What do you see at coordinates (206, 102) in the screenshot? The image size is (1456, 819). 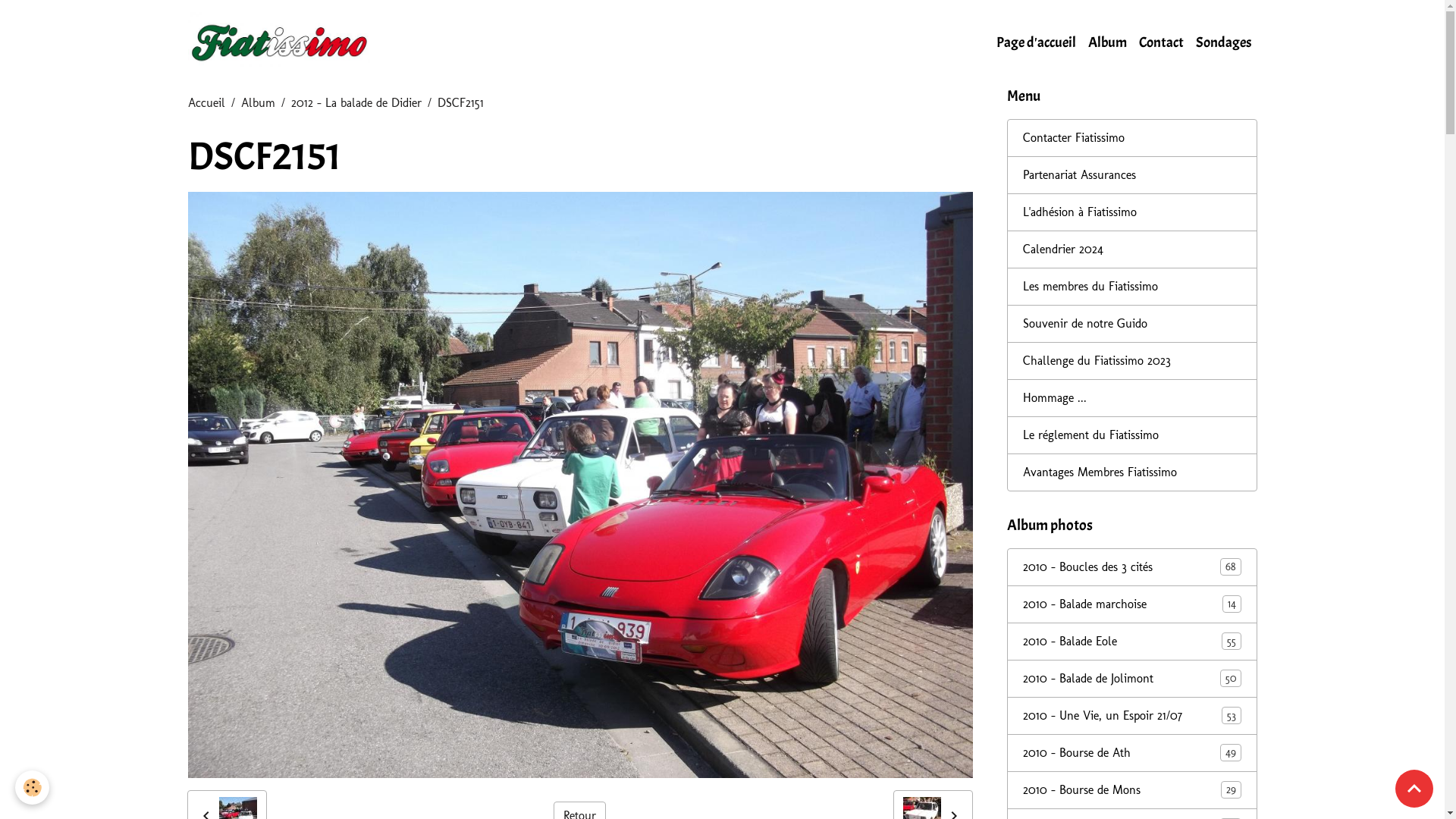 I see `'Accueil'` at bounding box center [206, 102].